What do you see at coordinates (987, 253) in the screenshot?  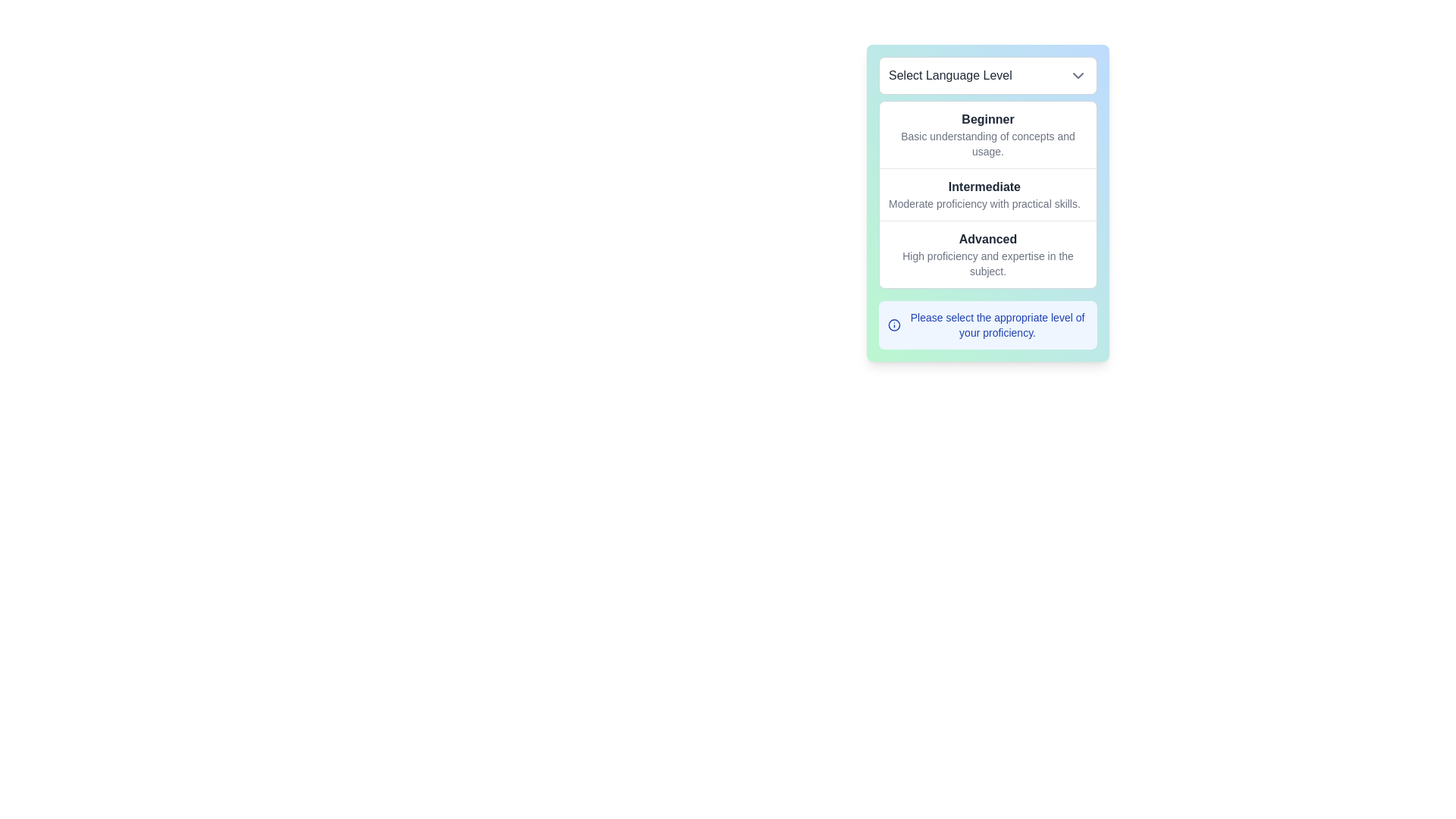 I see `to select the 'Advanced' level option, which is the third item in a vertical list, displayed in bold dark gray font, followed by a description in lighter gray` at bounding box center [987, 253].